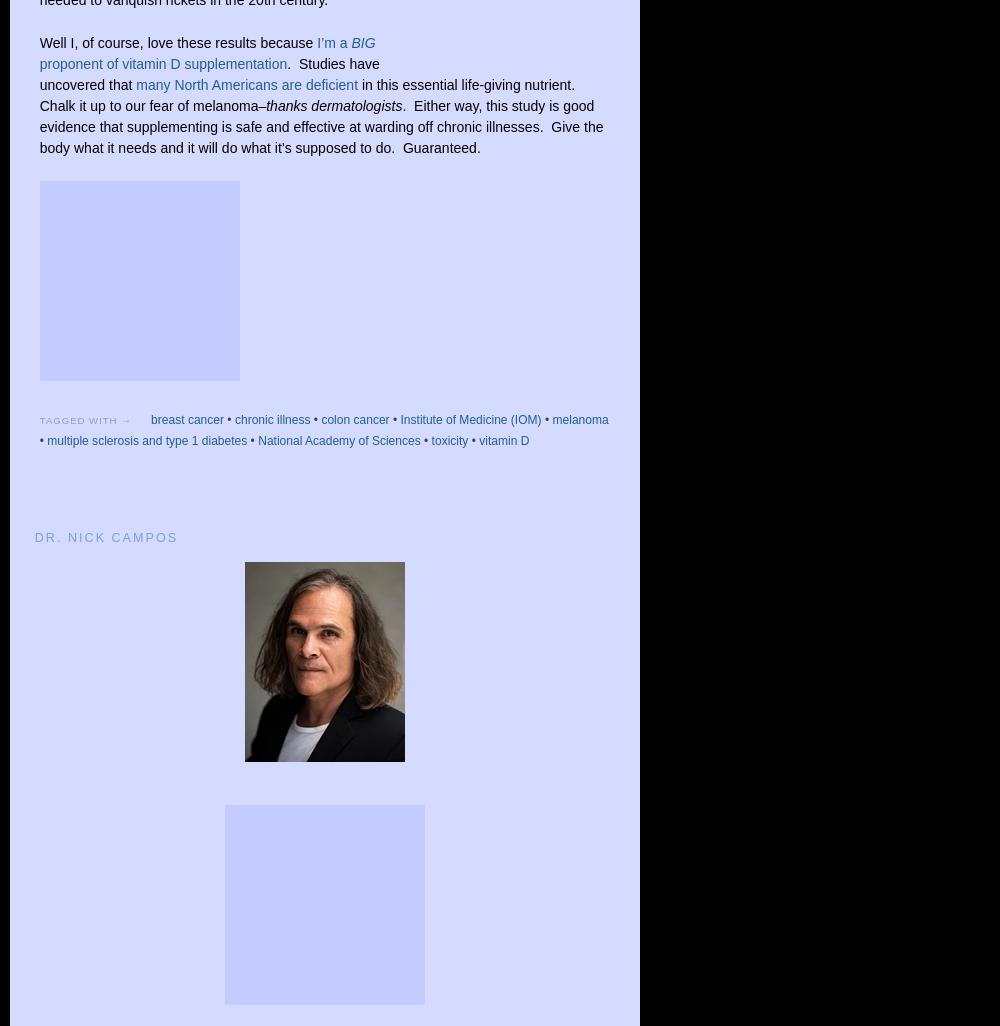 This screenshot has width=1000, height=1026. I want to click on 'BIG', so click(350, 41).